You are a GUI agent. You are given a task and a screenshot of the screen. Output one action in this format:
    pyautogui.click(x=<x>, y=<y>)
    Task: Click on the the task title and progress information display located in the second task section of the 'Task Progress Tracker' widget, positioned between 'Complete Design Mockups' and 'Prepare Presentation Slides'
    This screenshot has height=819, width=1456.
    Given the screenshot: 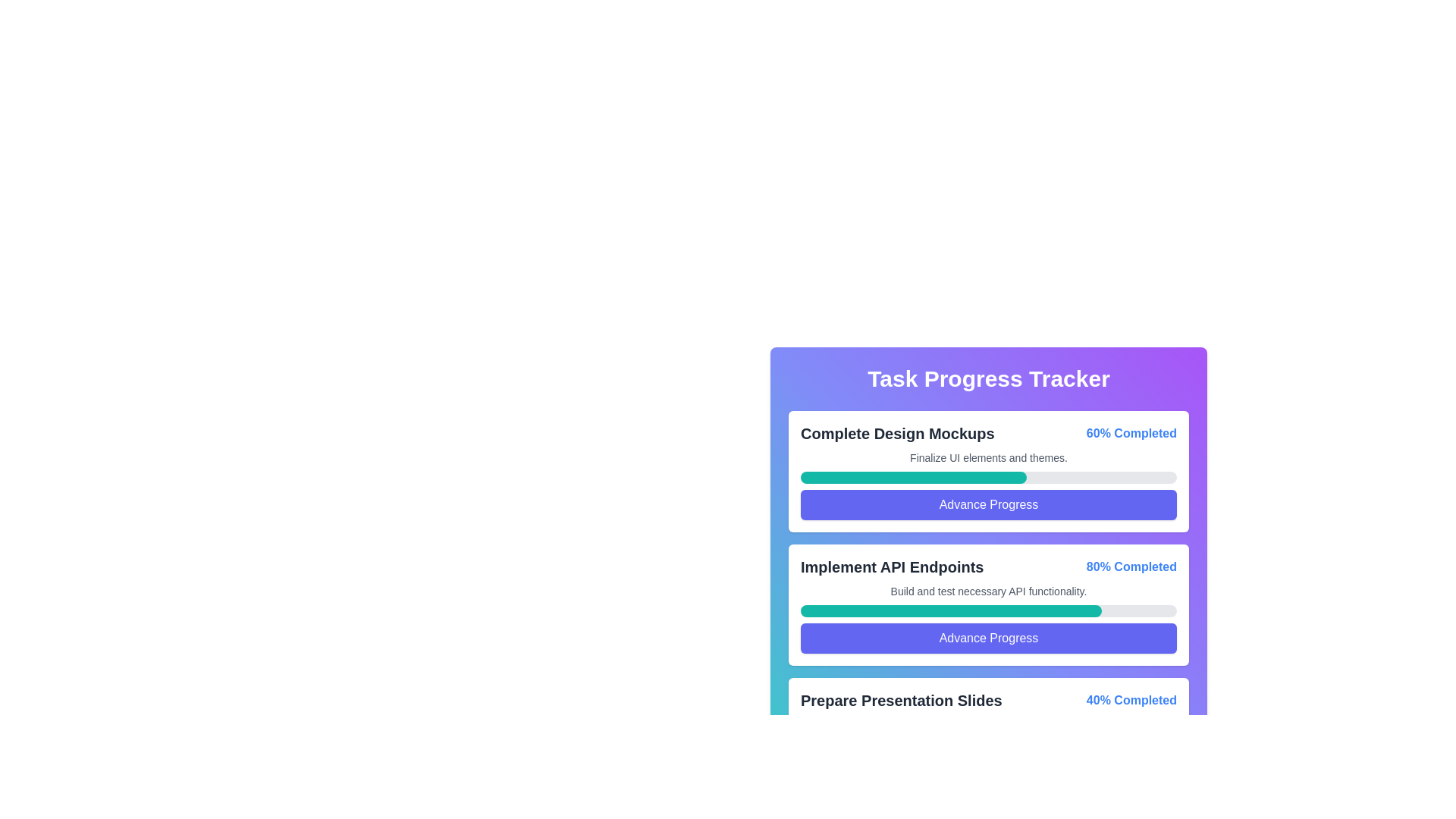 What is the action you would take?
    pyautogui.click(x=989, y=567)
    